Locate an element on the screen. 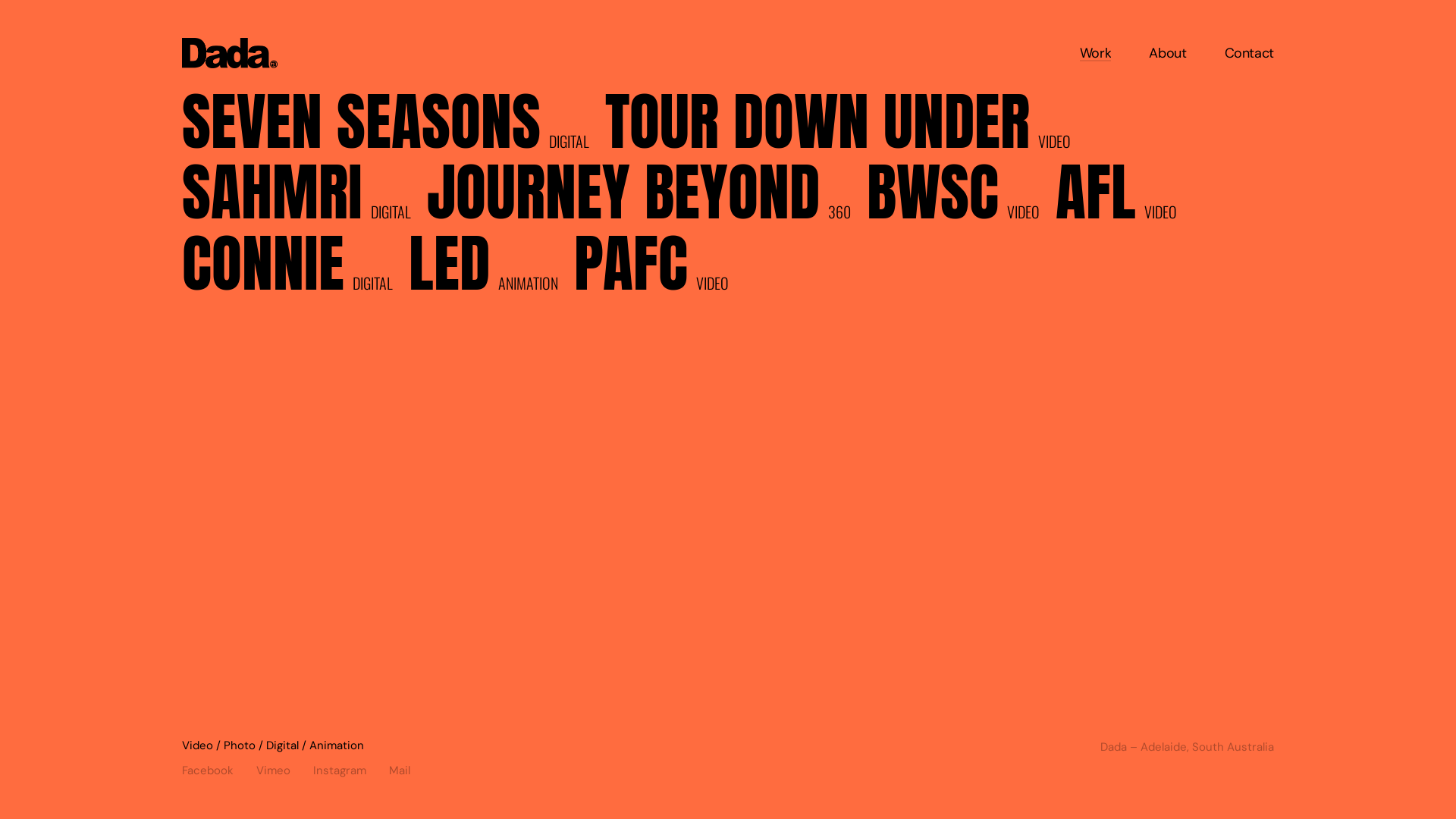 The height and width of the screenshot is (819, 1456). 'Instagram' is located at coordinates (350, 767).